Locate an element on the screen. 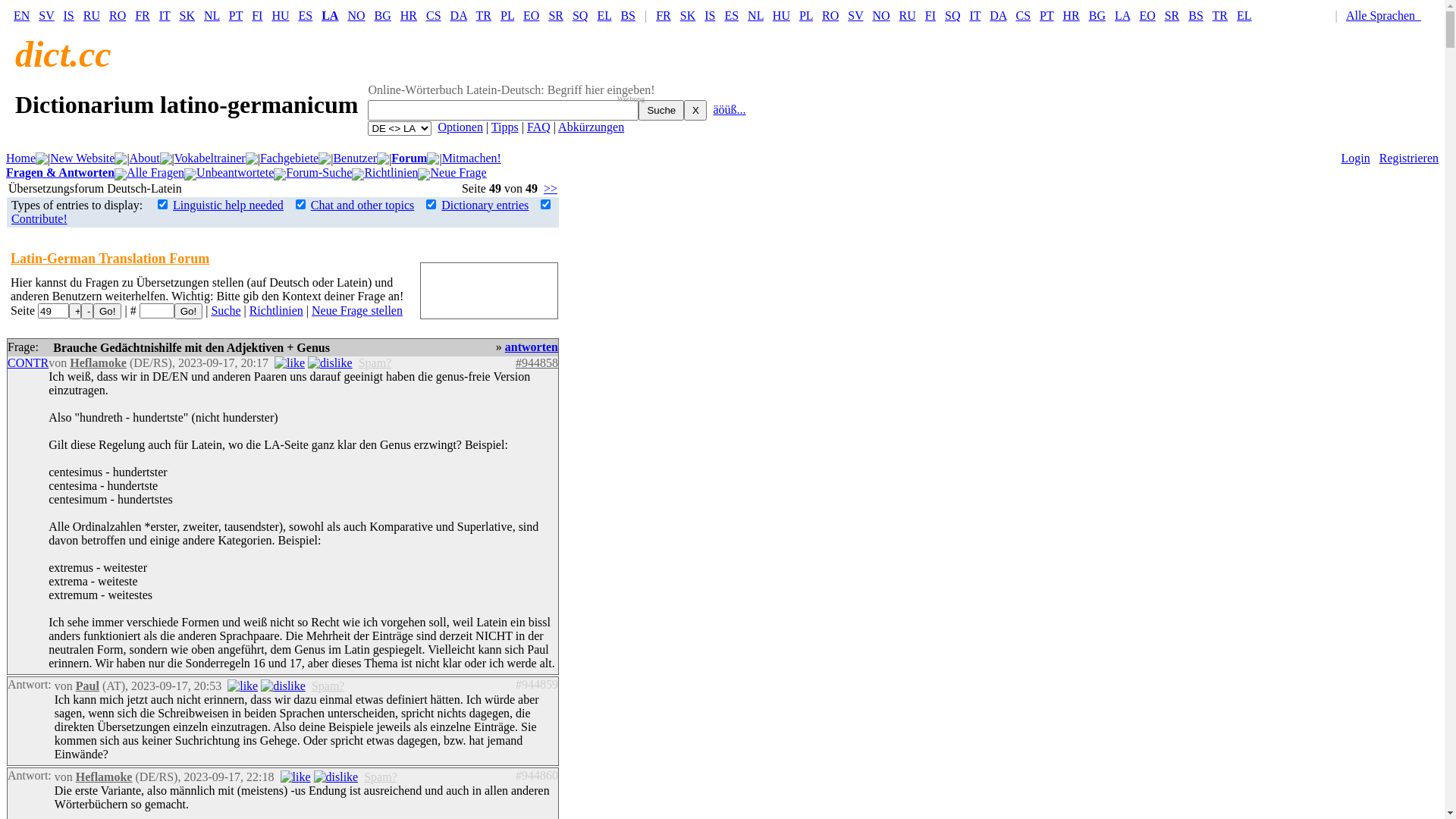 This screenshot has height=819, width=1456. 'PT' is located at coordinates (228, 15).